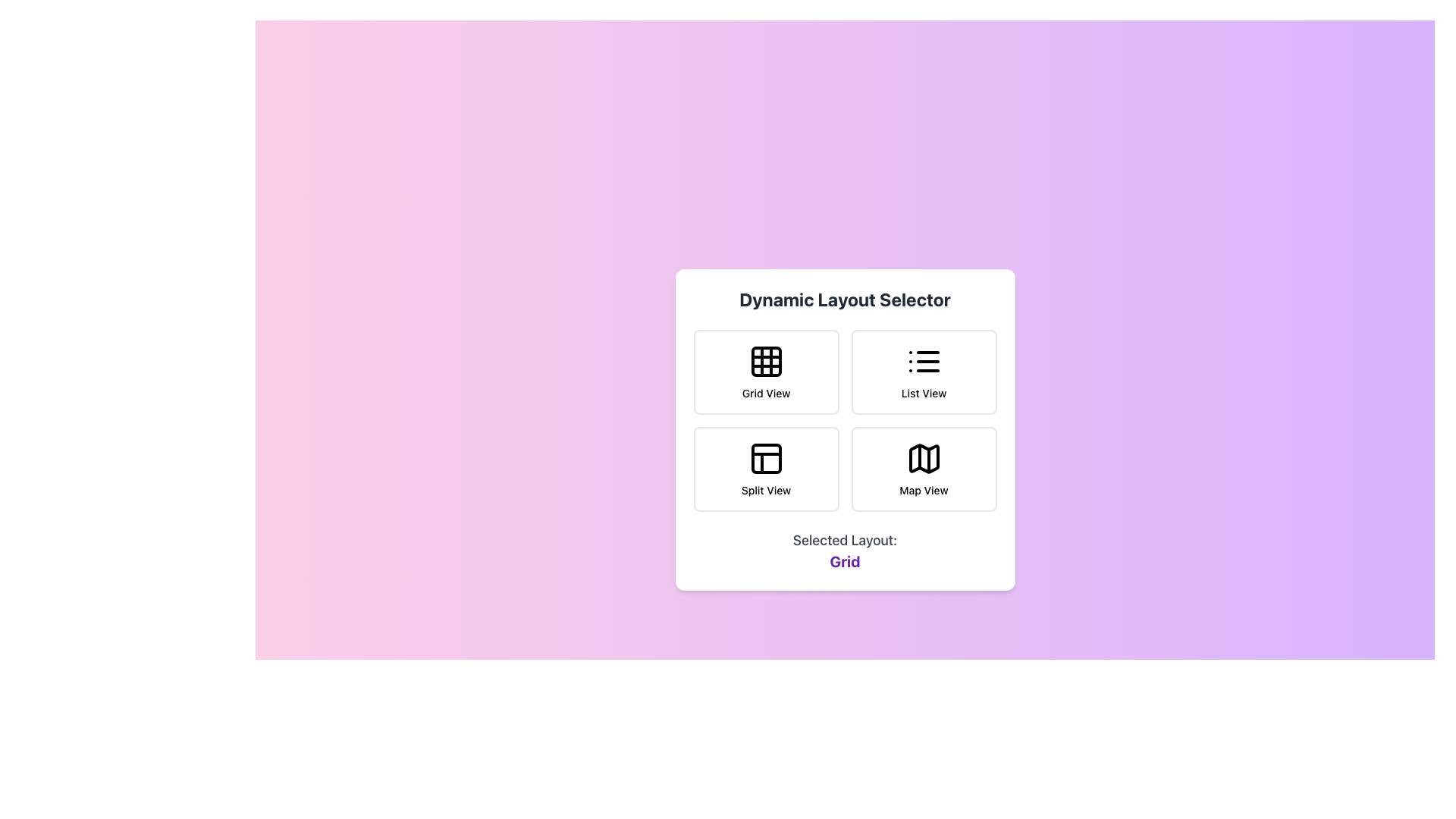 The image size is (1456, 819). Describe the element at coordinates (923, 458) in the screenshot. I see `the 'Map View' icon located in the bottom-right section of the layout selection interface` at that location.